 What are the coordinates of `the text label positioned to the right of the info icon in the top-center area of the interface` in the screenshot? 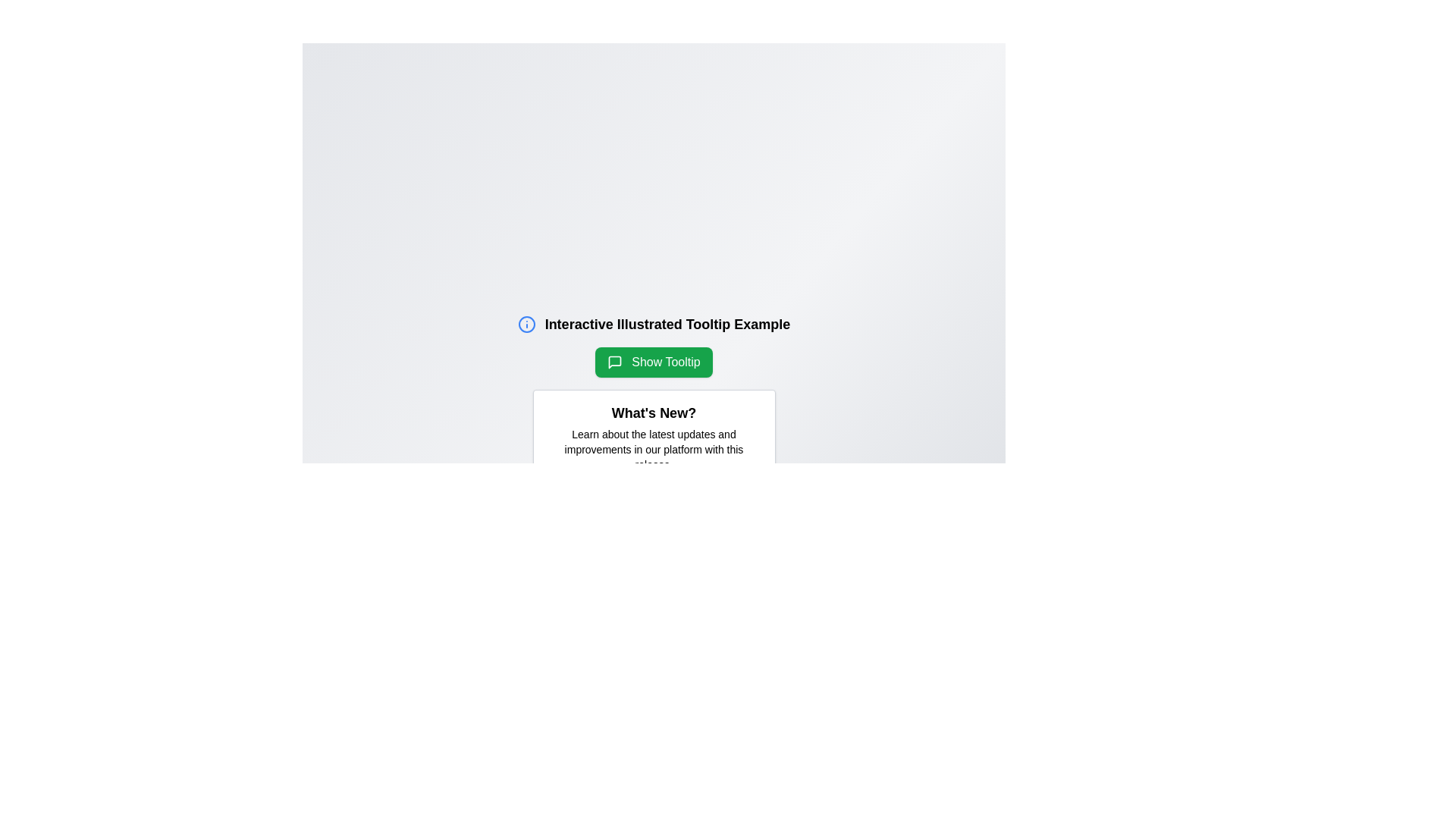 It's located at (667, 324).